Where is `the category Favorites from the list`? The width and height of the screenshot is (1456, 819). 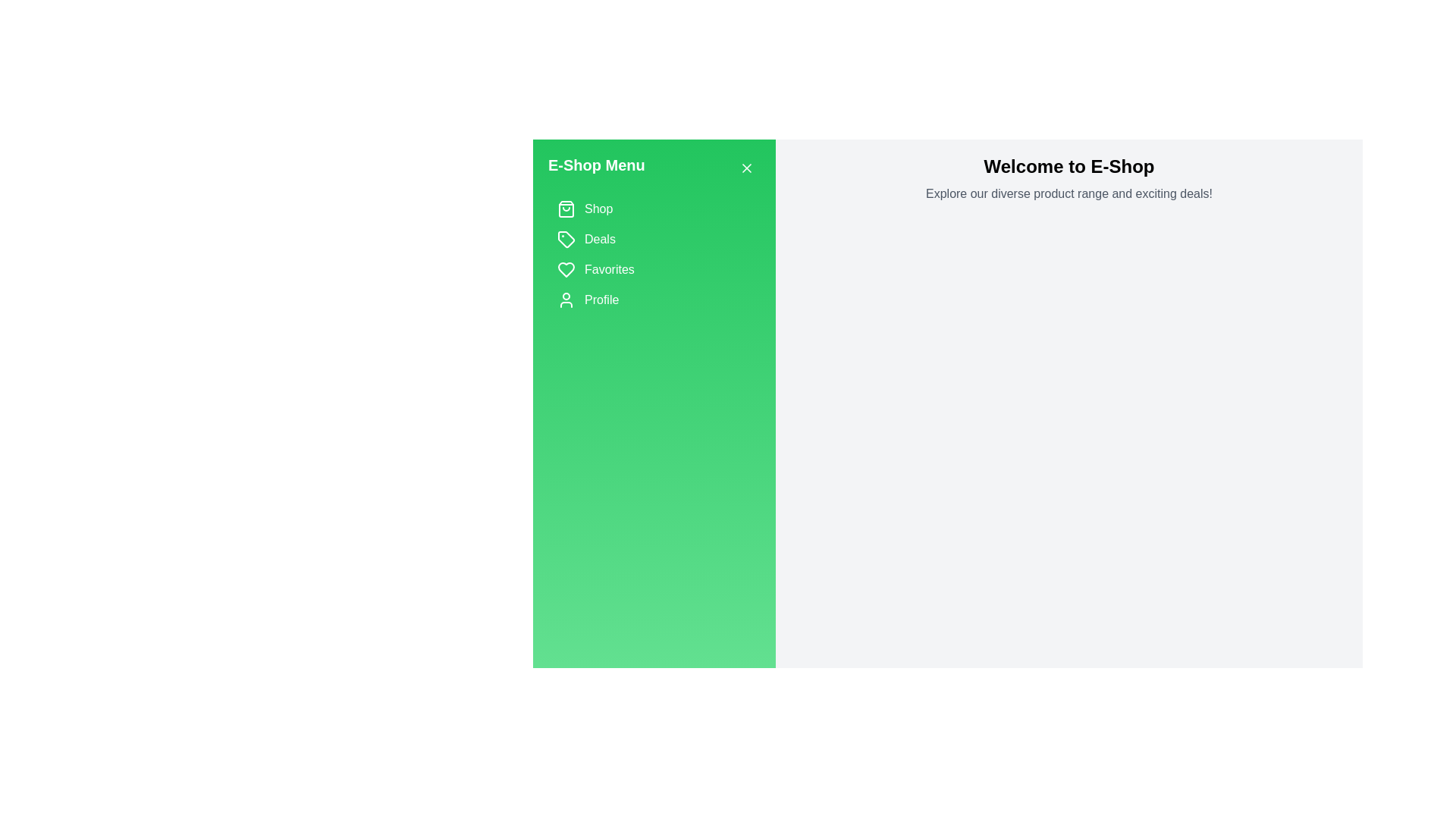 the category Favorites from the list is located at coordinates (654, 268).